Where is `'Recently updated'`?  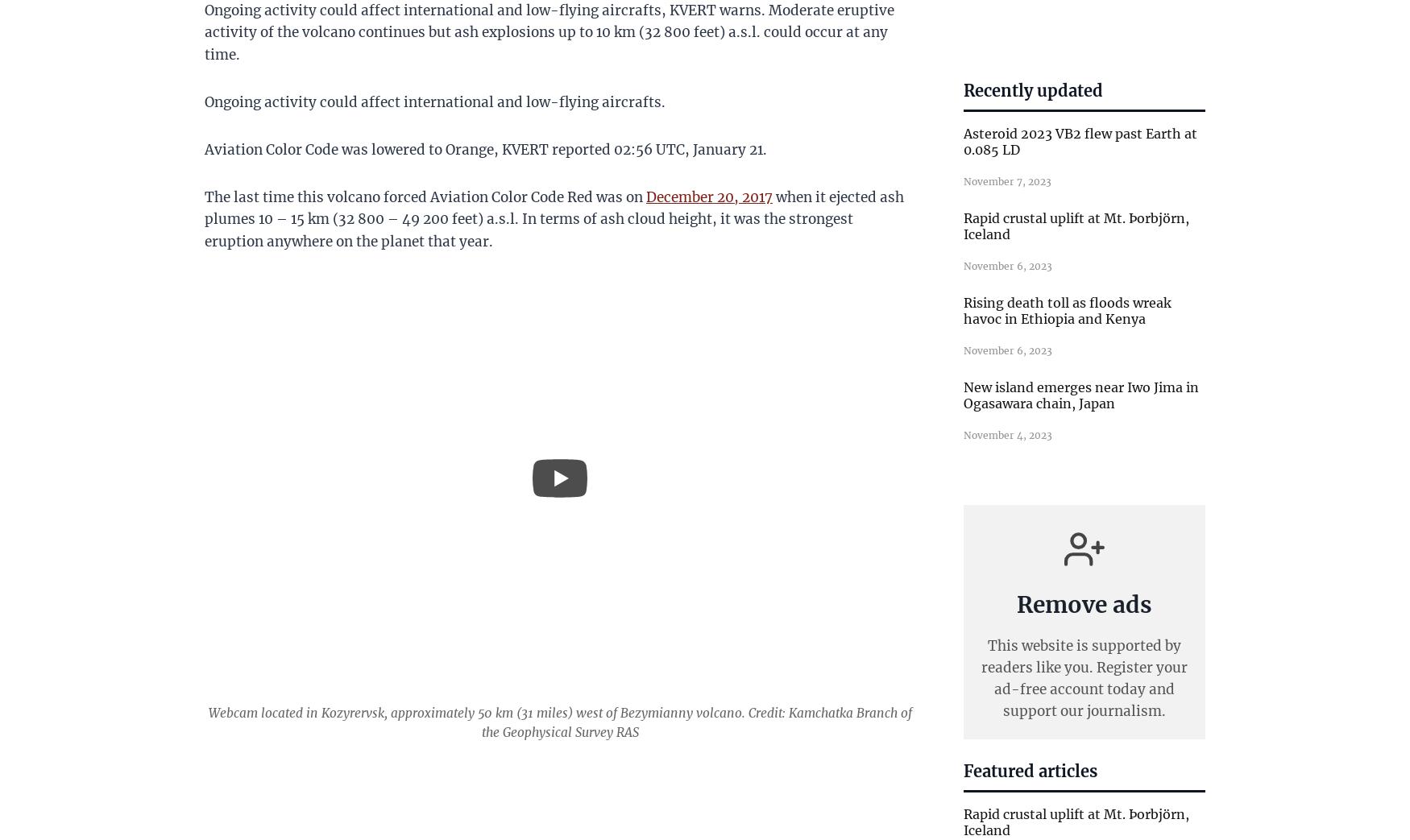 'Recently updated' is located at coordinates (1032, 89).